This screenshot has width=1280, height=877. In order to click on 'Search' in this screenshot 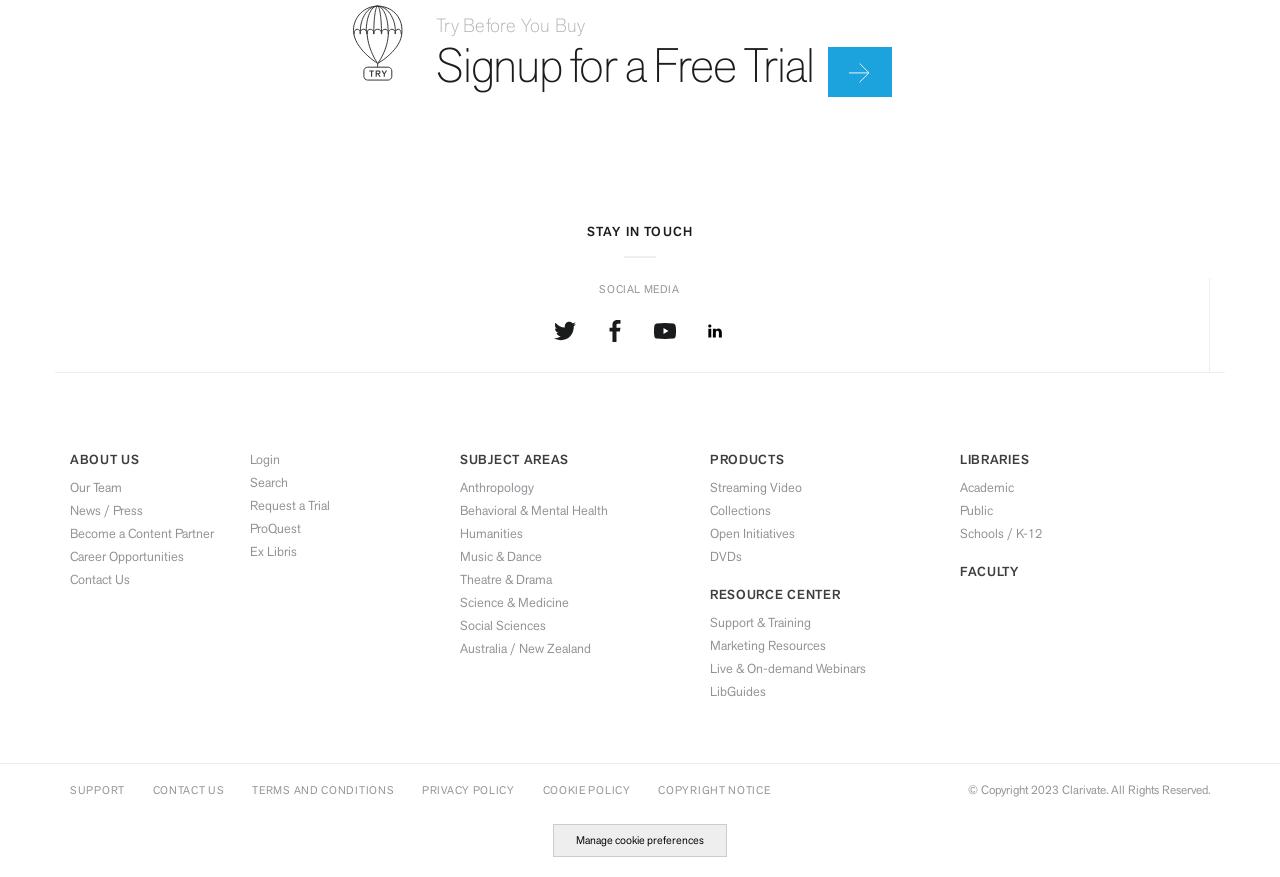, I will do `click(268, 481)`.